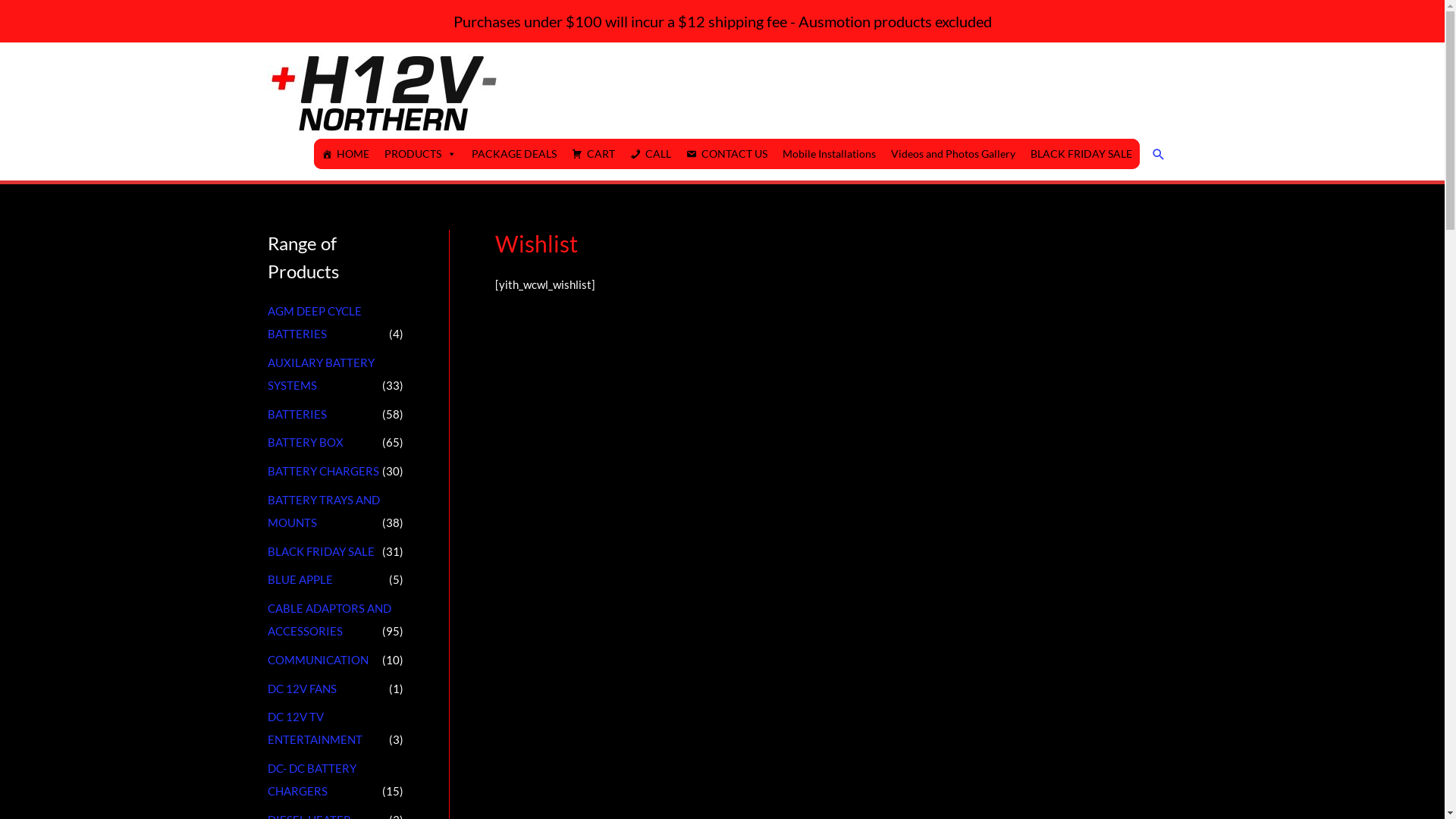  Describe the element at coordinates (592, 154) in the screenshot. I see `'CART'` at that location.